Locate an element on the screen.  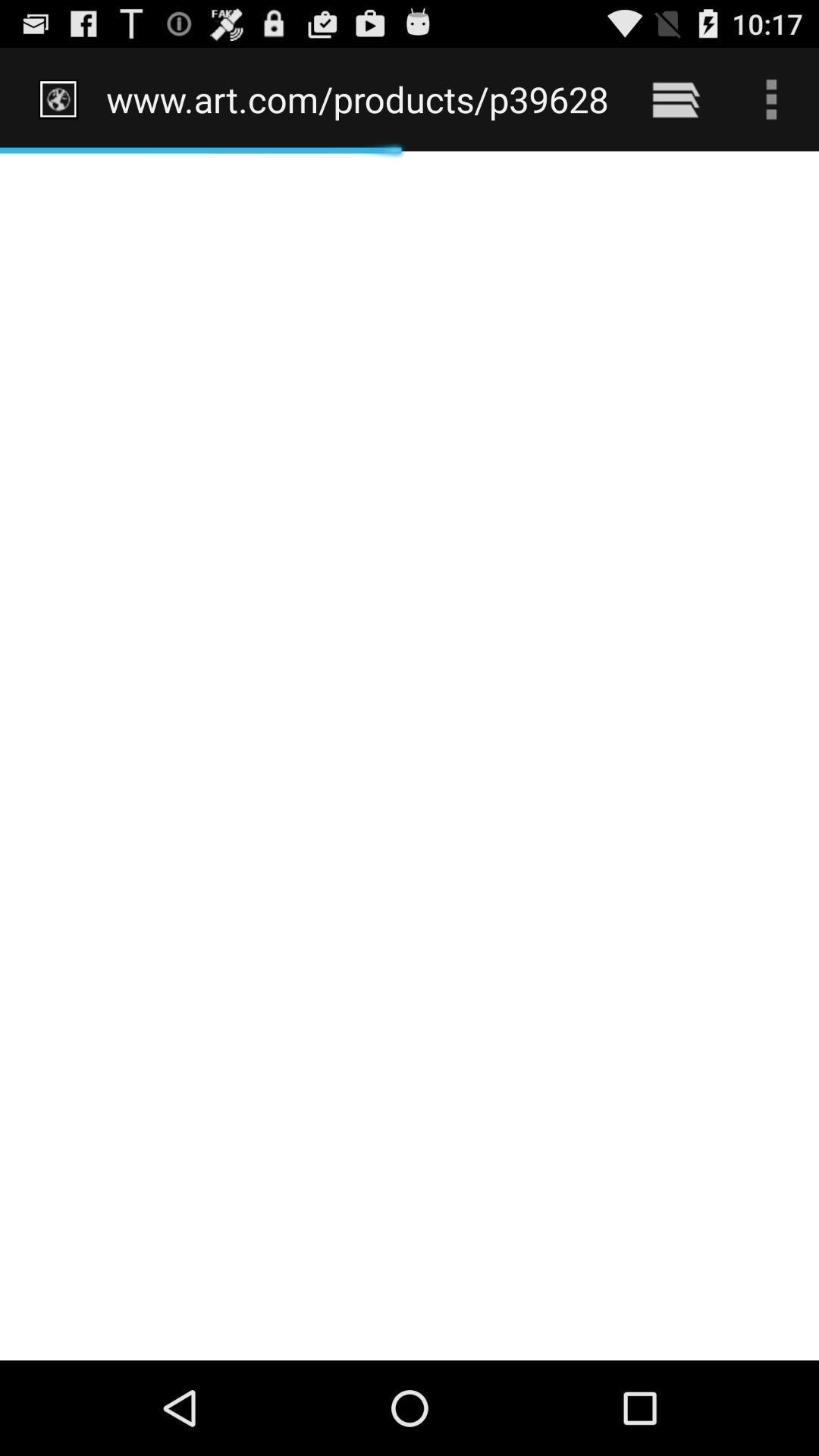
the icon at the center is located at coordinates (409, 755).